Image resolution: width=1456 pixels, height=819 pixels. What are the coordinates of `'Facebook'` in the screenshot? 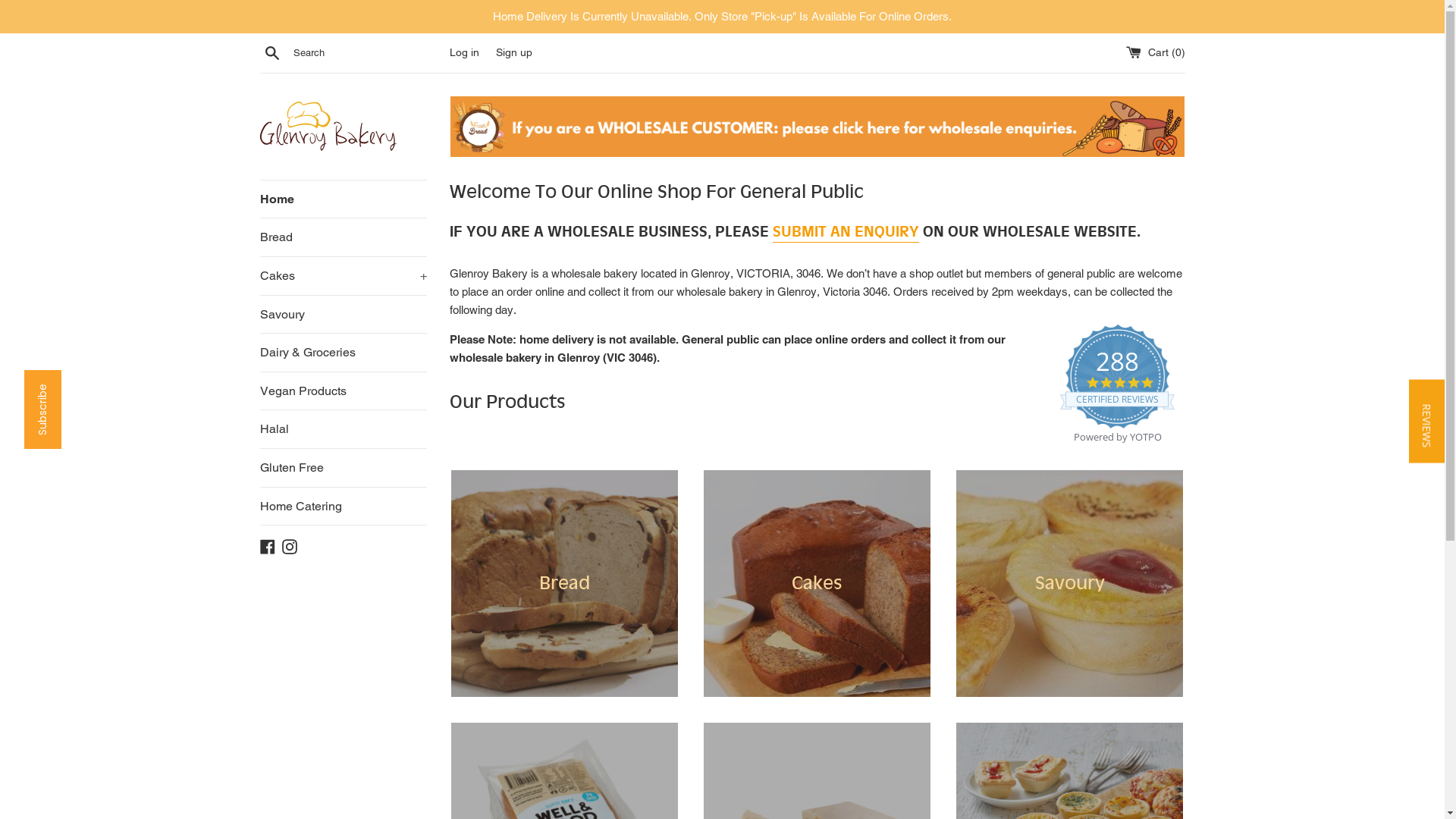 It's located at (259, 544).